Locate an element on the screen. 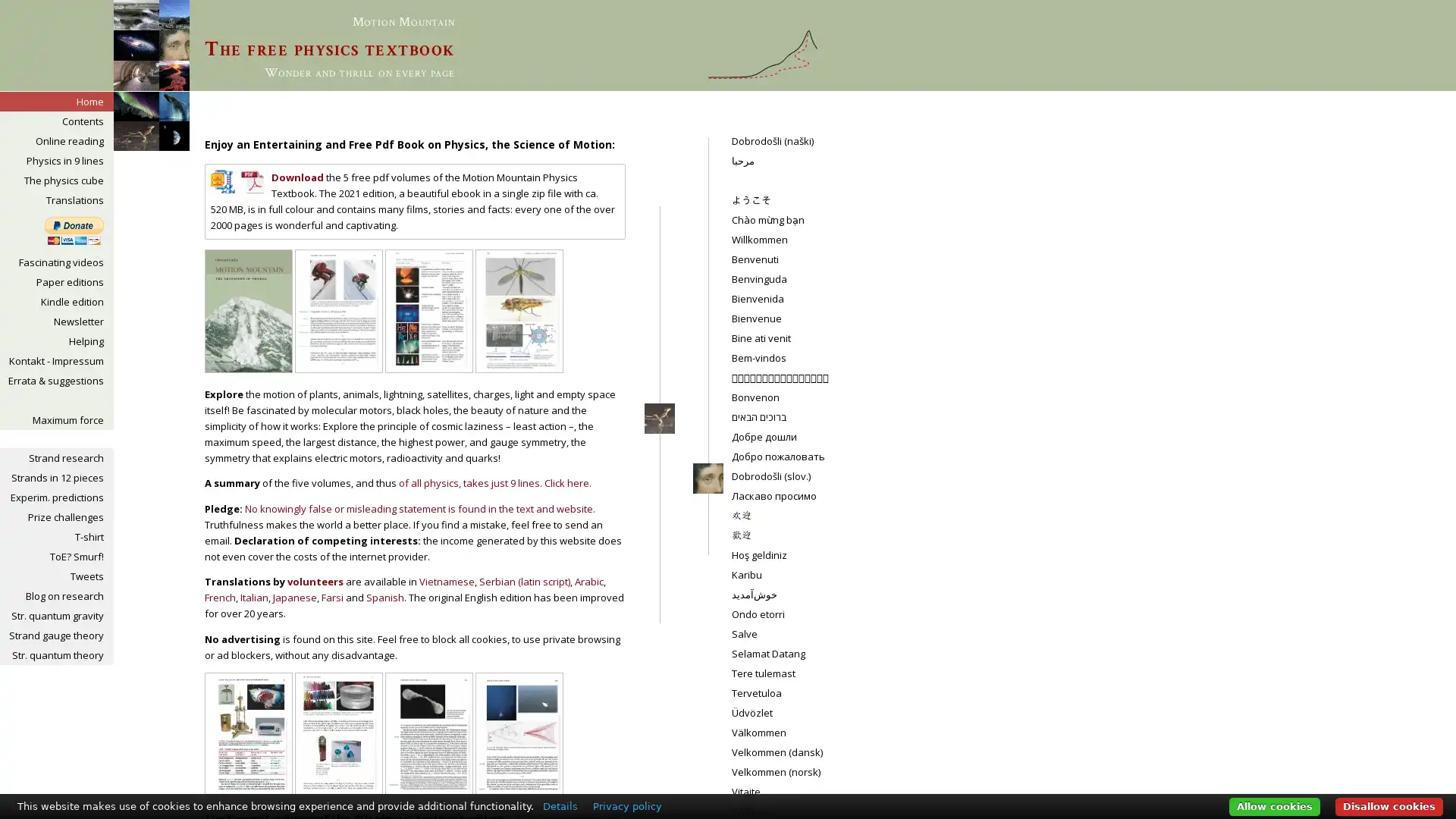 This screenshot has width=1456, height=819. | Donate Button | is located at coordinates (73, 231).